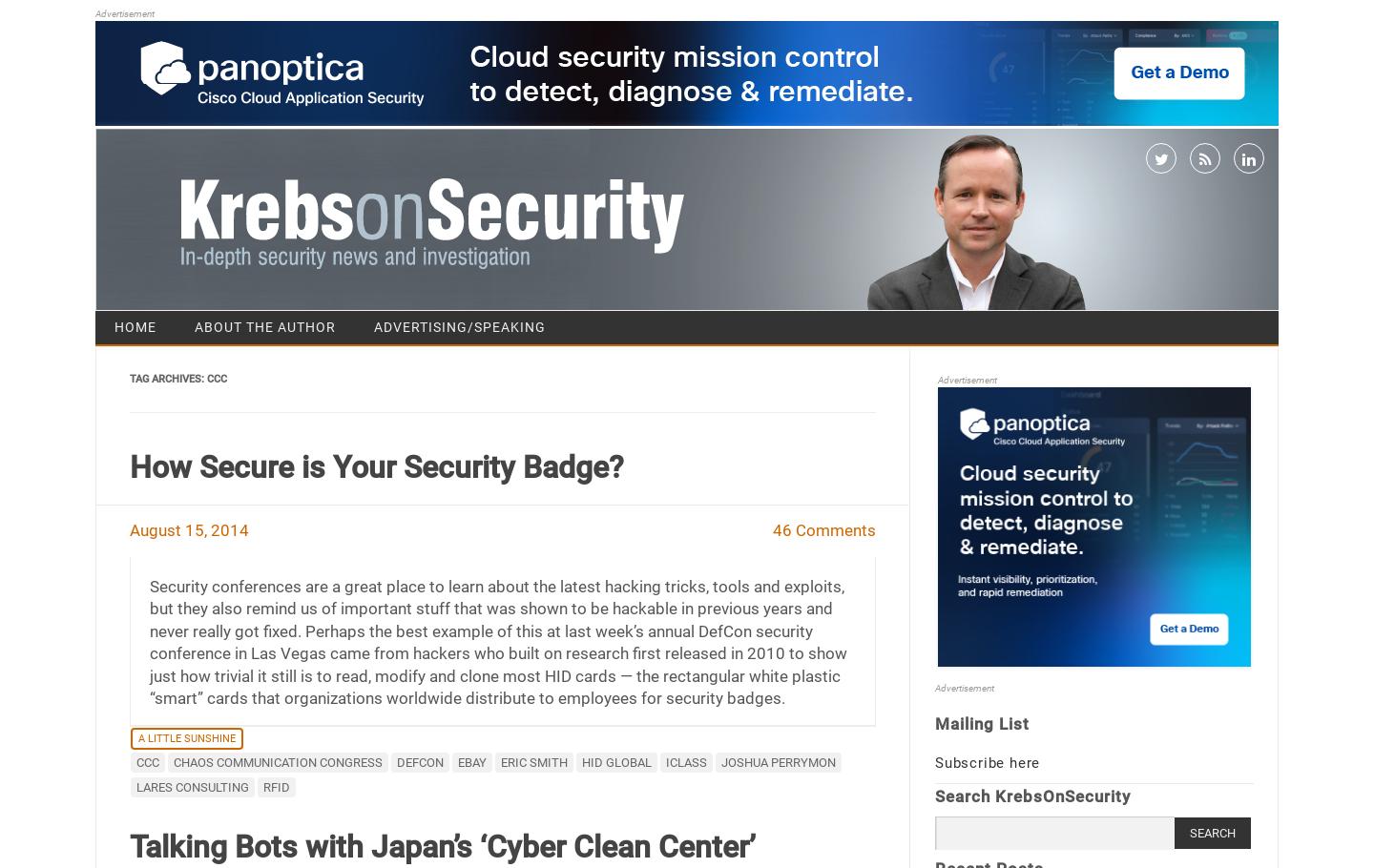 This screenshot has width=1374, height=868. I want to click on 'Eric Smith', so click(499, 760).